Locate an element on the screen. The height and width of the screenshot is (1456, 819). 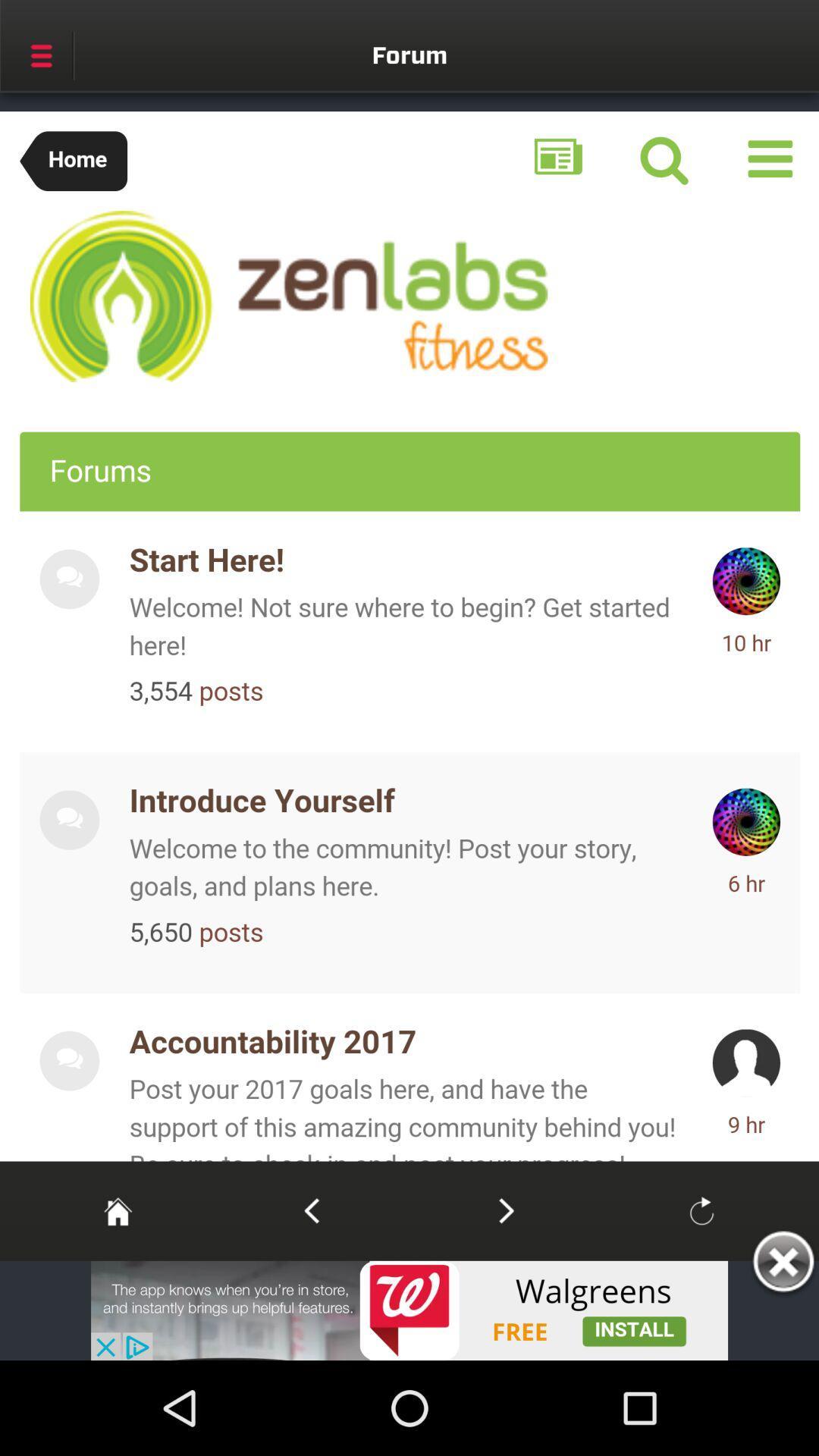
advertisement is located at coordinates (409, 1310).